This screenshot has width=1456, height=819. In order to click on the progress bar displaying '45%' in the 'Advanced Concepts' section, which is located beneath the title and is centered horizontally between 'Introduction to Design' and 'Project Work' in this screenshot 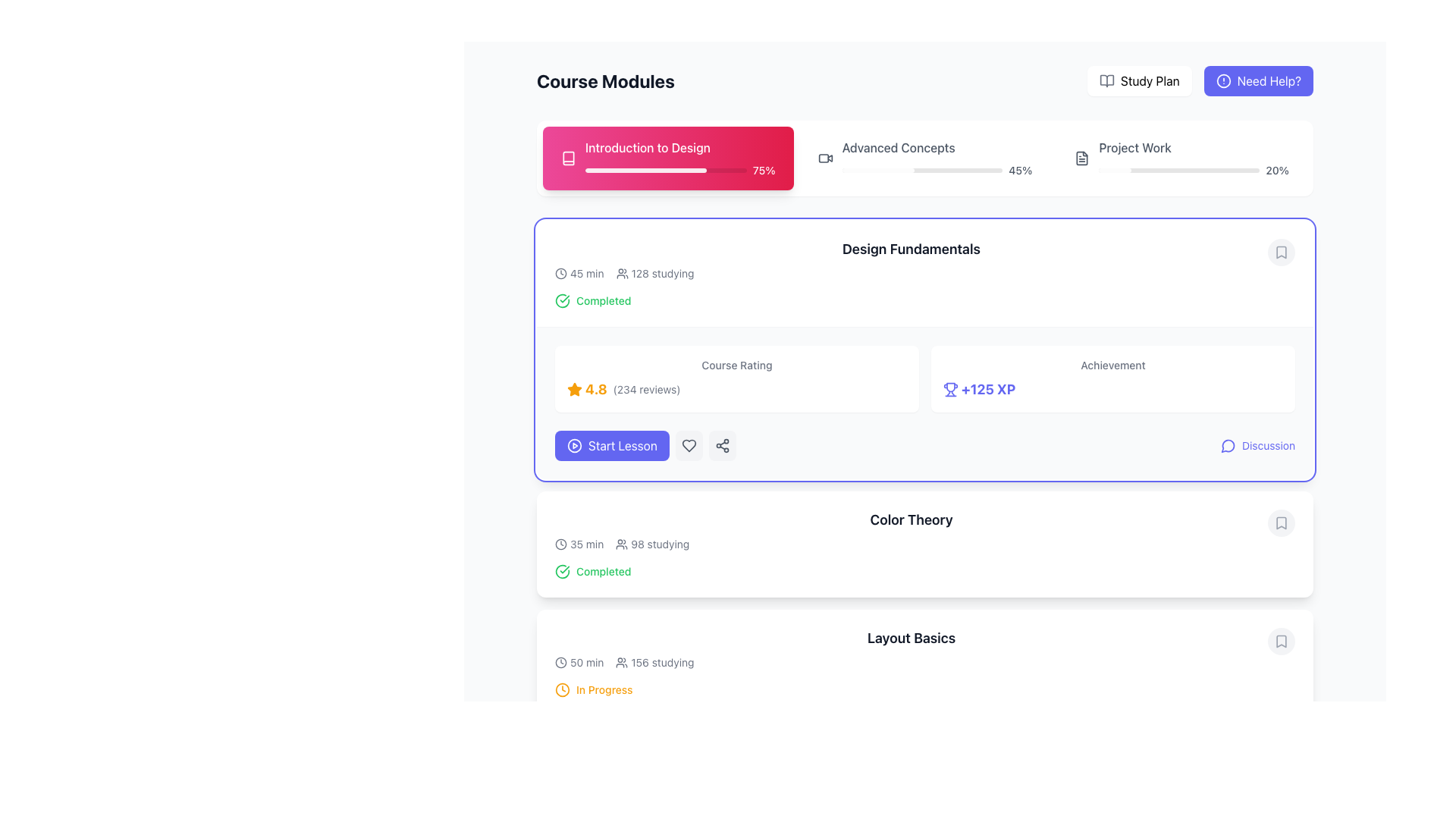, I will do `click(937, 170)`.